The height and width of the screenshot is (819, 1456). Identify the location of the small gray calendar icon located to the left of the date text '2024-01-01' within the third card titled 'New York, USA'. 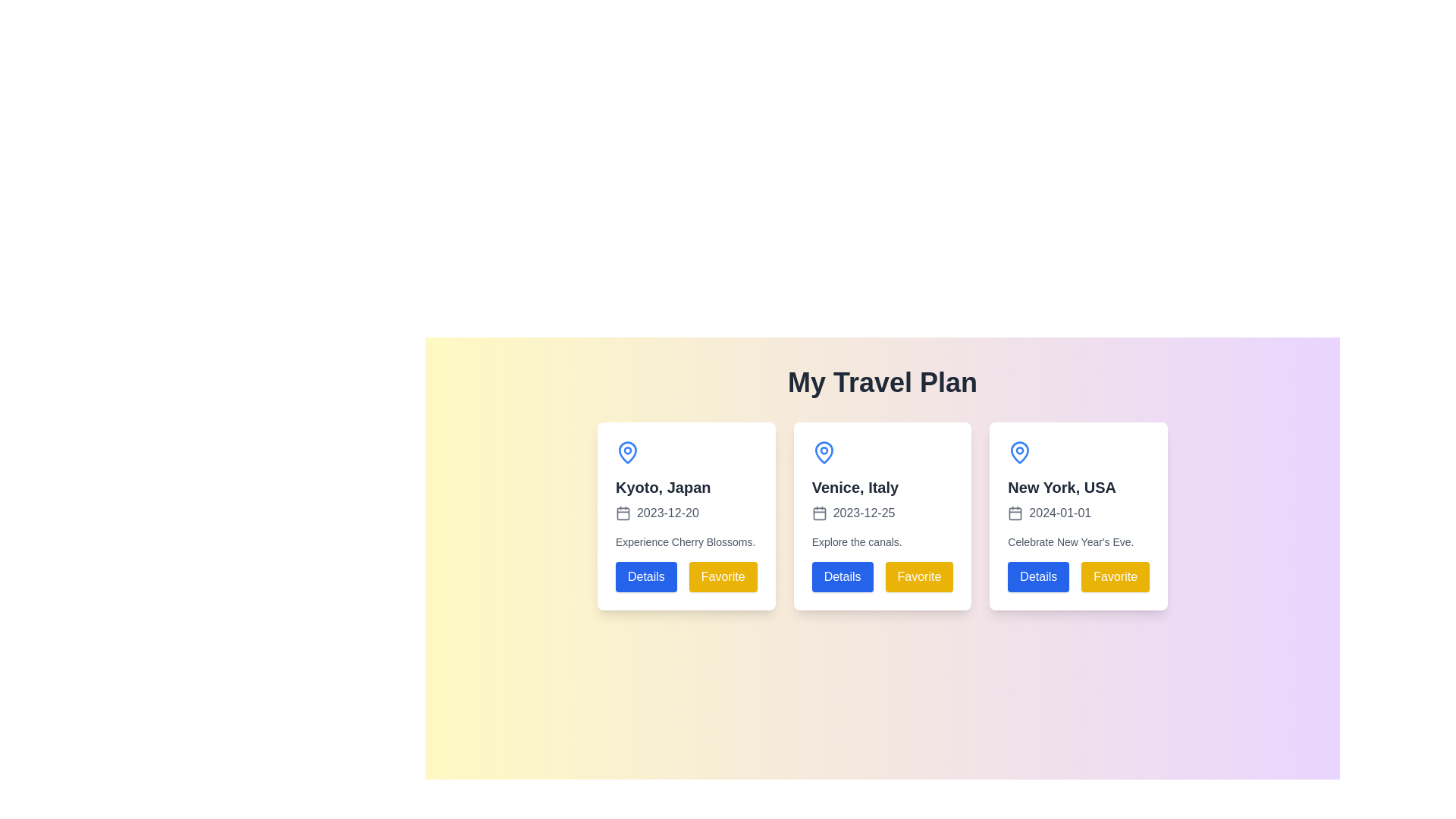
(1015, 513).